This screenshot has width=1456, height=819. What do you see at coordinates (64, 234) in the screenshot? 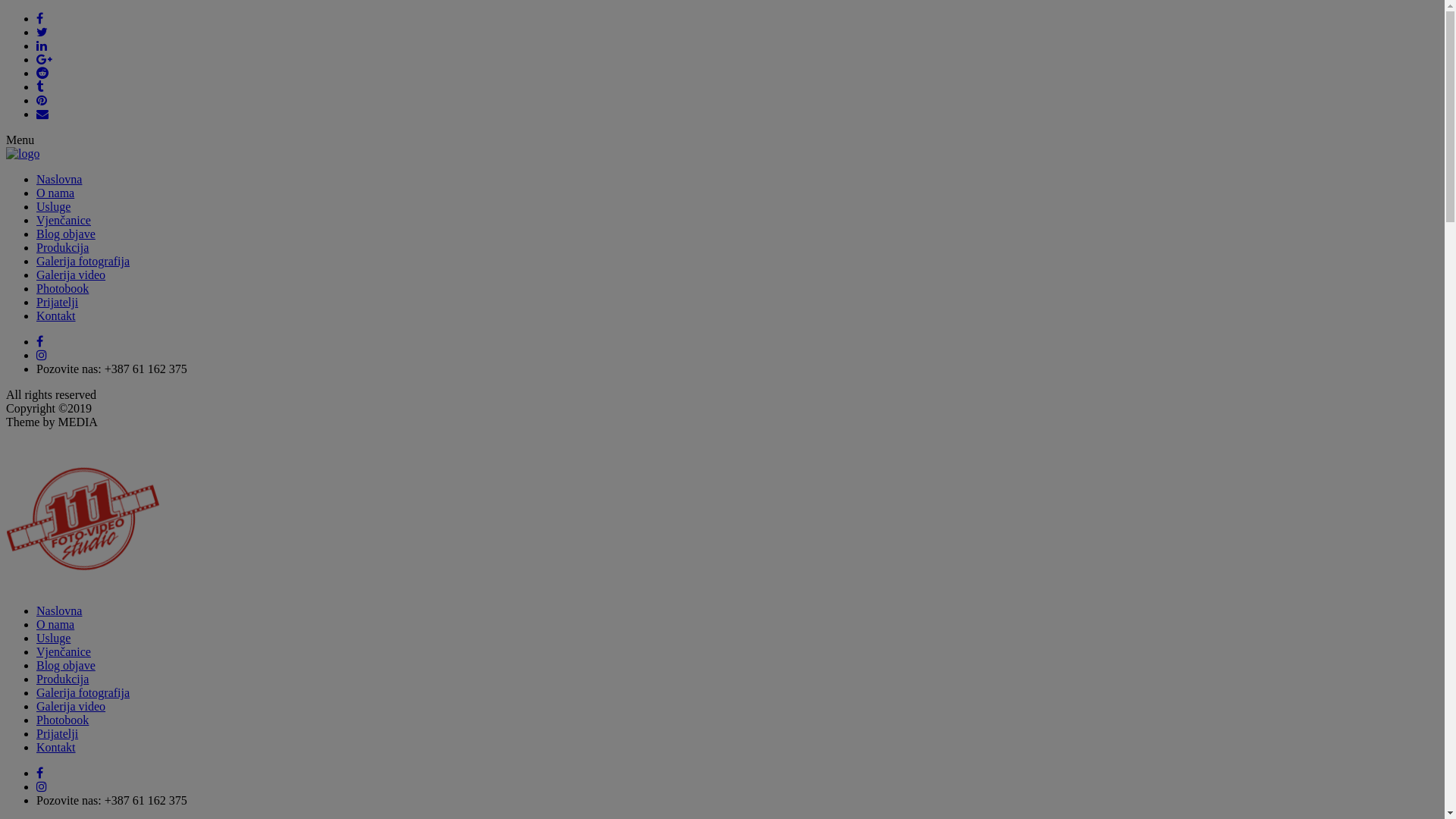
I see `'Blog objave'` at bounding box center [64, 234].